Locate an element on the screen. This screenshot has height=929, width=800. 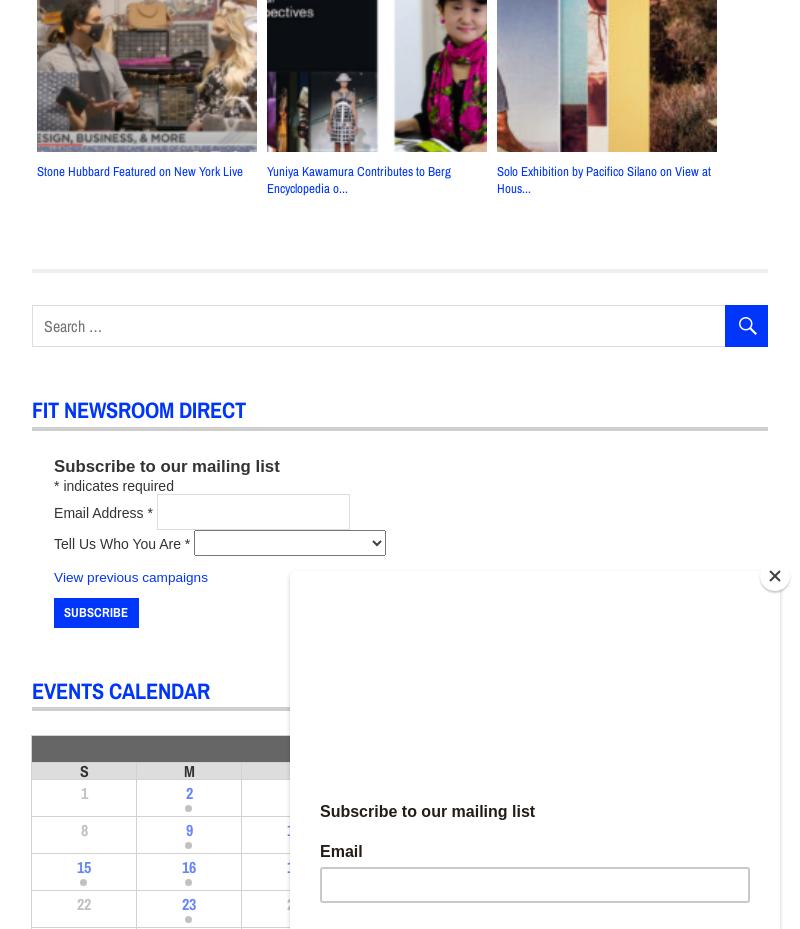
'21' is located at coordinates (713, 867).